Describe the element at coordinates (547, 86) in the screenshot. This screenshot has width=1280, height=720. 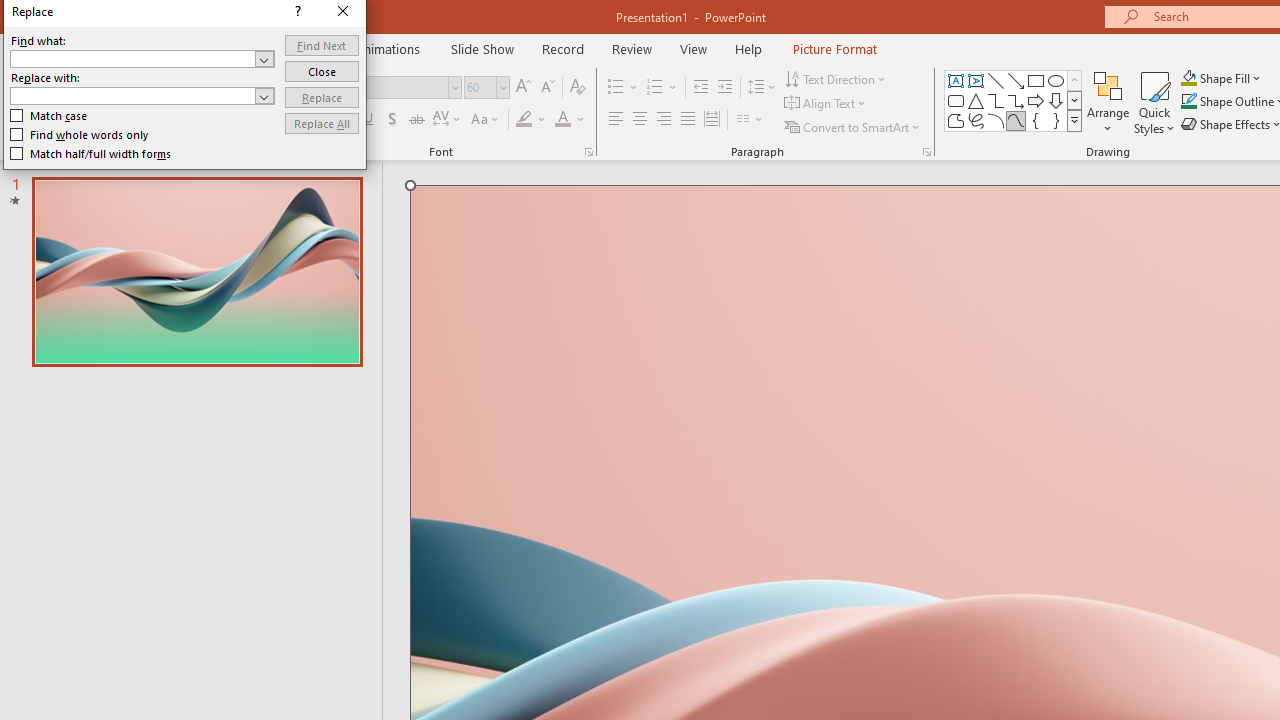
I see `'Decrease Font Size'` at that location.